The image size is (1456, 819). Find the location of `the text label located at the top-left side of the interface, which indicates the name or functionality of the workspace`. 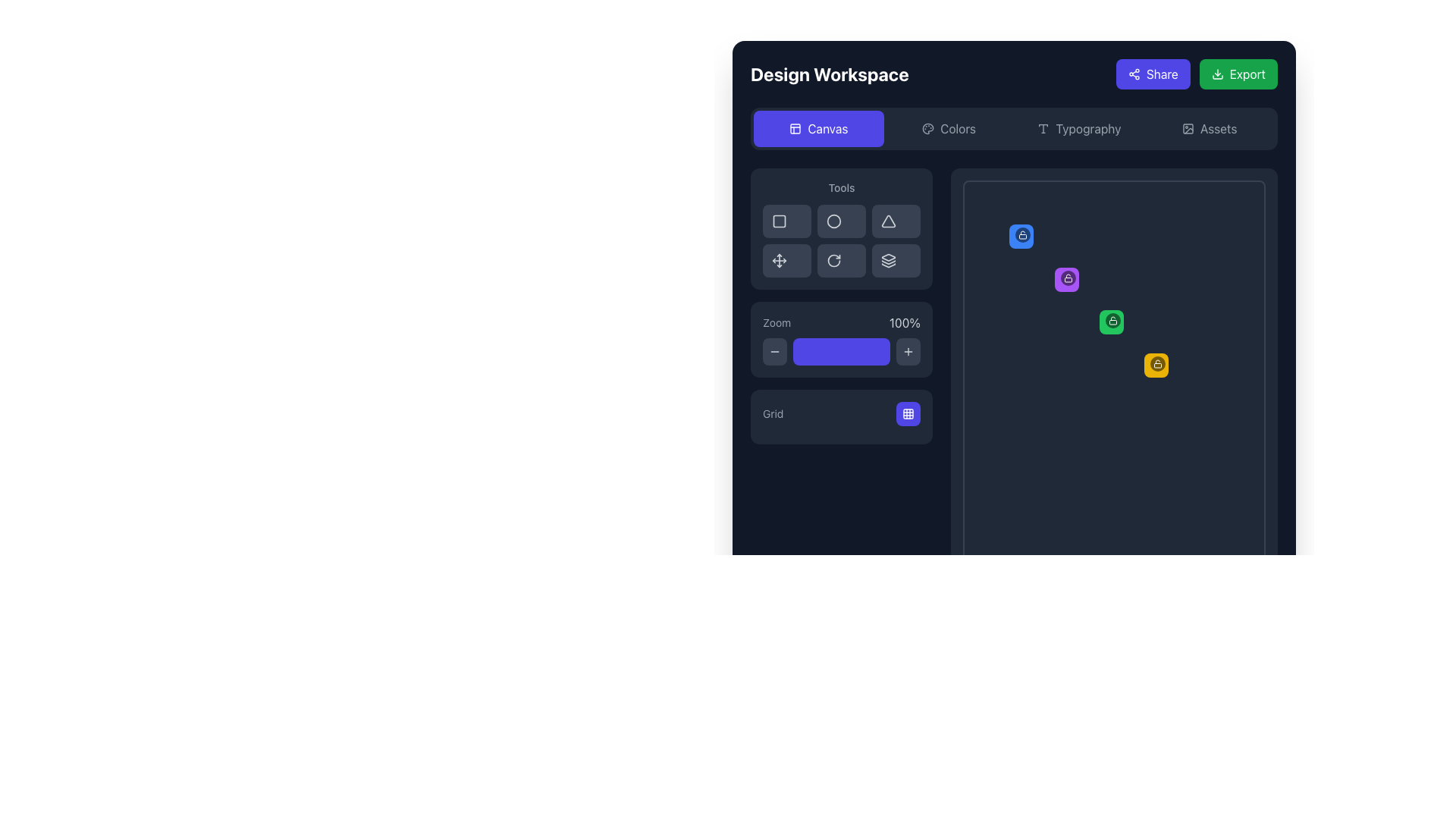

the text label located at the top-left side of the interface, which indicates the name or functionality of the workspace is located at coordinates (829, 74).